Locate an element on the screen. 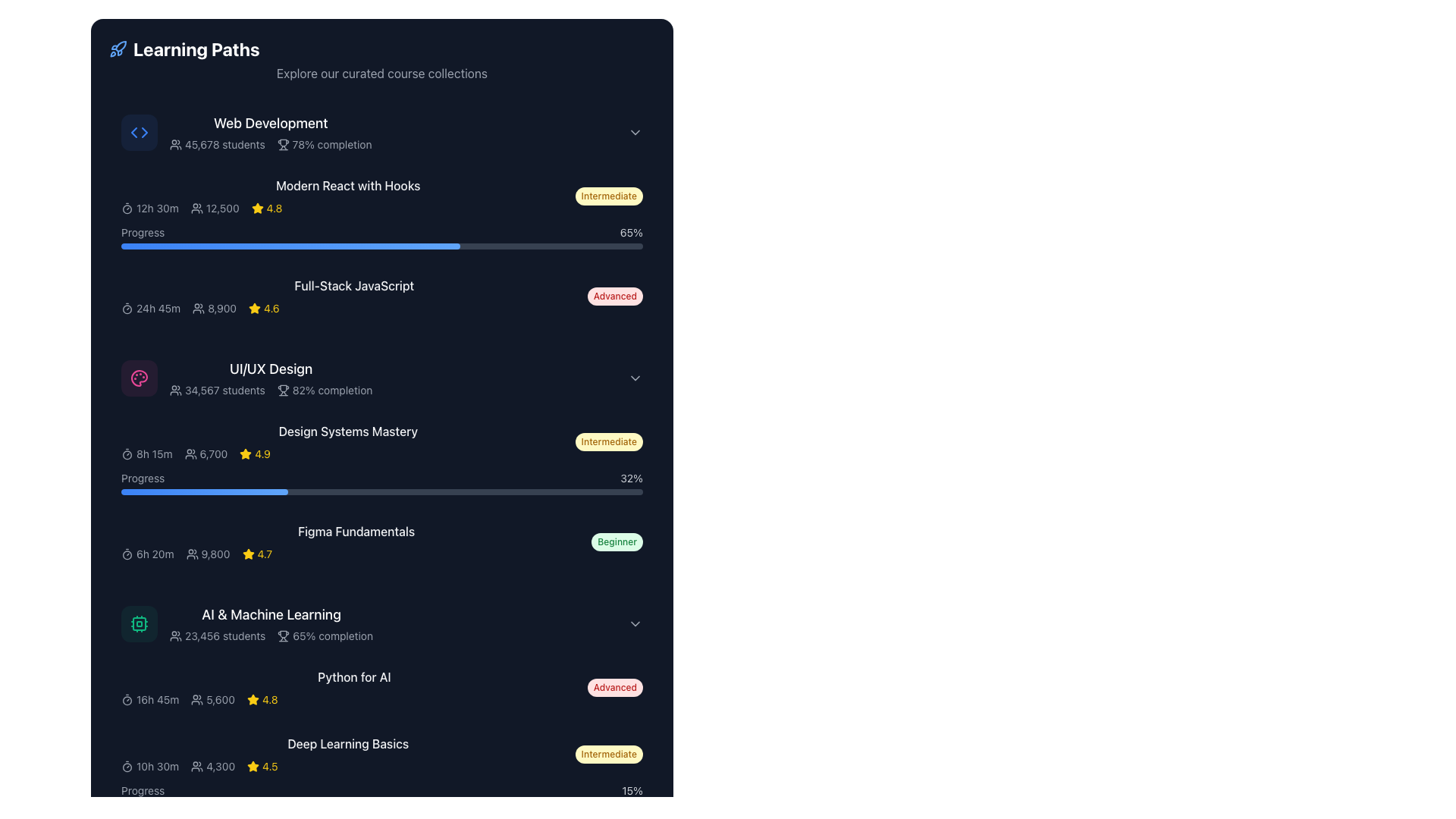 The height and width of the screenshot is (819, 1456). the yellow five-pointed star icon representing the rating for the course 'Deep Learning Basics' in the 'AI & Machine Learning' section is located at coordinates (253, 766).